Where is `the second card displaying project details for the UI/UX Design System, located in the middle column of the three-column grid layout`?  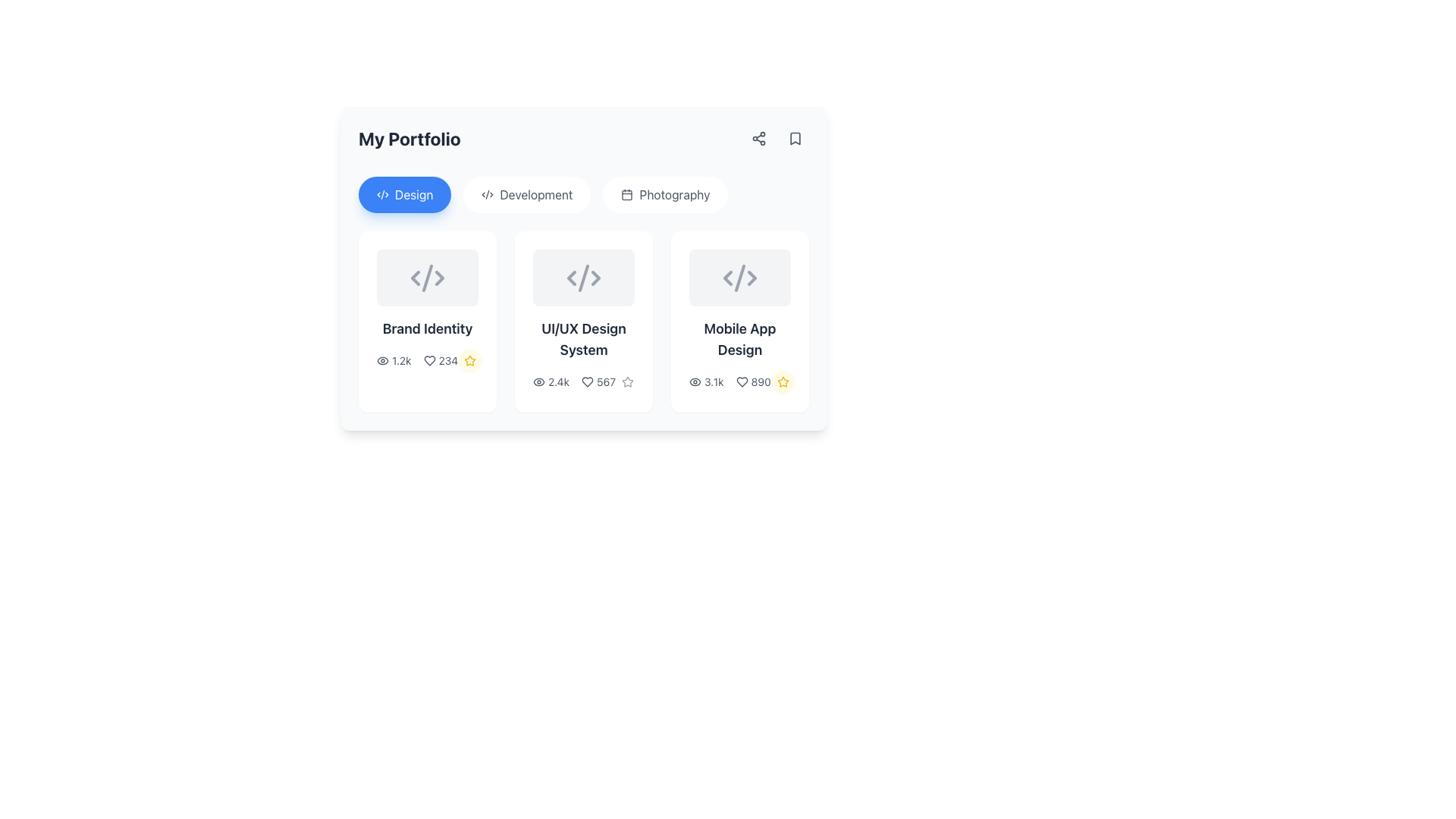
the second card displaying project details for the UI/UX Design System, located in the middle column of the three-column grid layout is located at coordinates (582, 321).